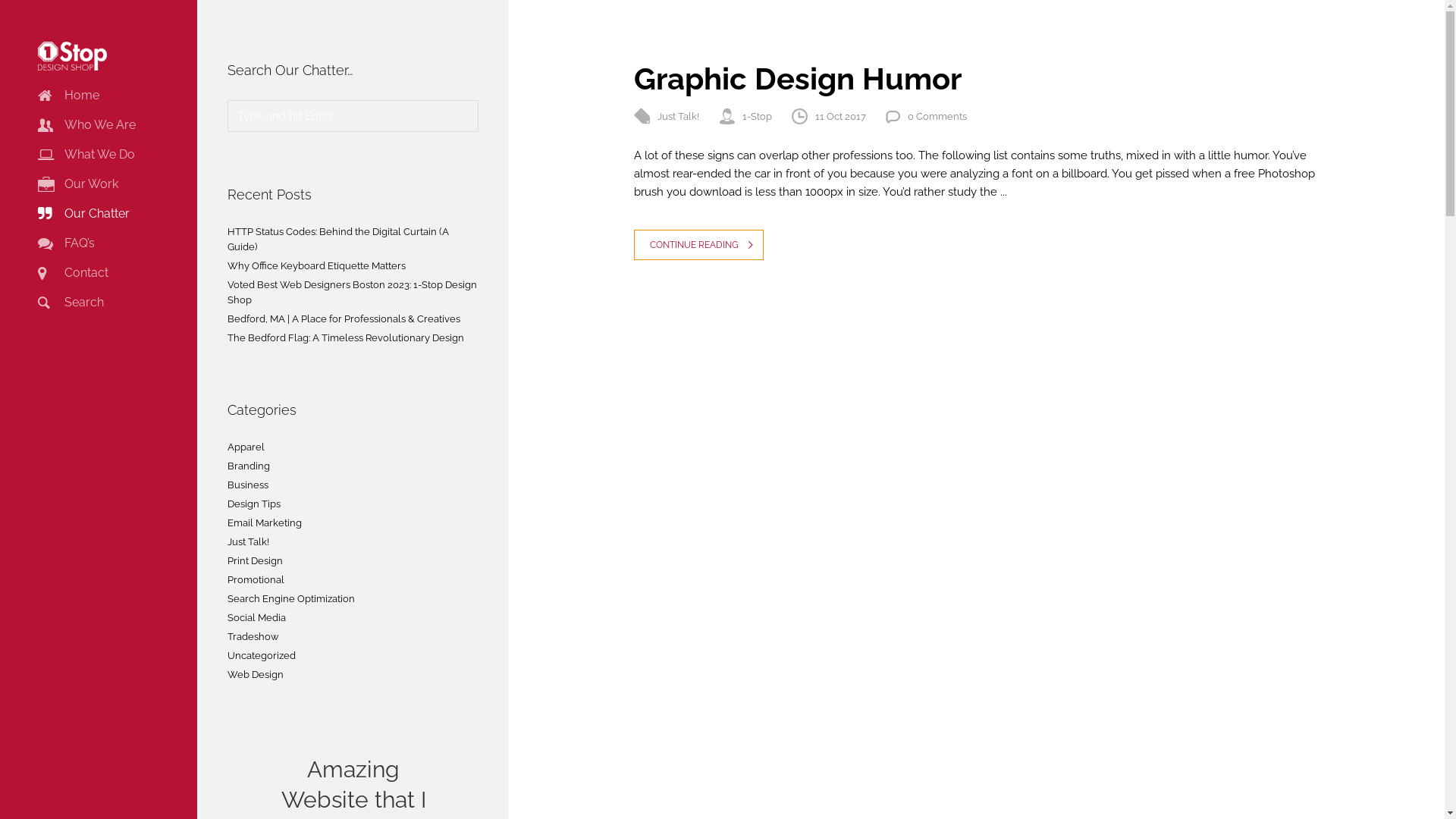 This screenshot has width=1456, height=819. Describe the element at coordinates (262, 654) in the screenshot. I see `'Uncategorized'` at that location.